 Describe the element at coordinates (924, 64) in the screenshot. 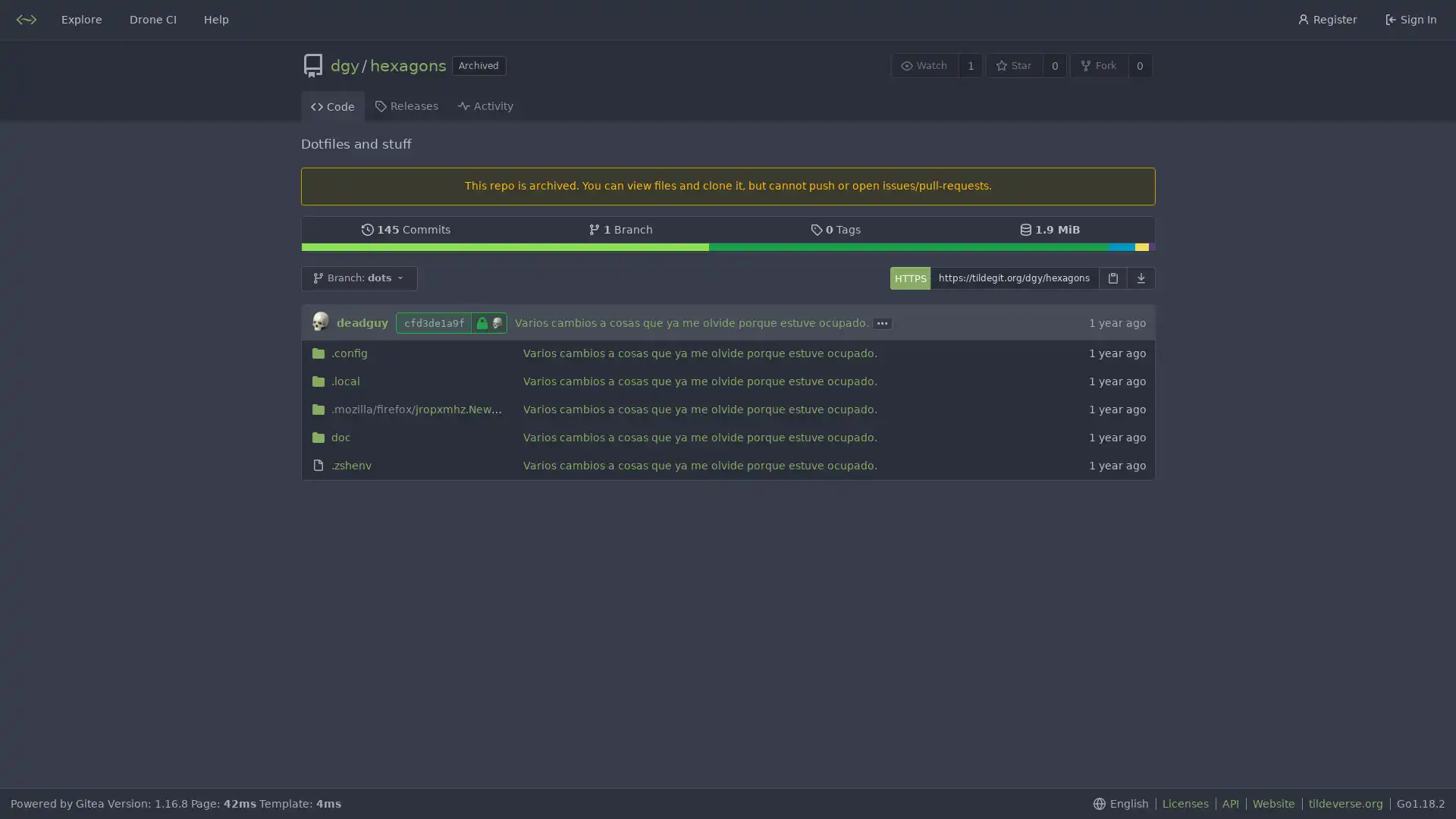

I see `Watch` at that location.